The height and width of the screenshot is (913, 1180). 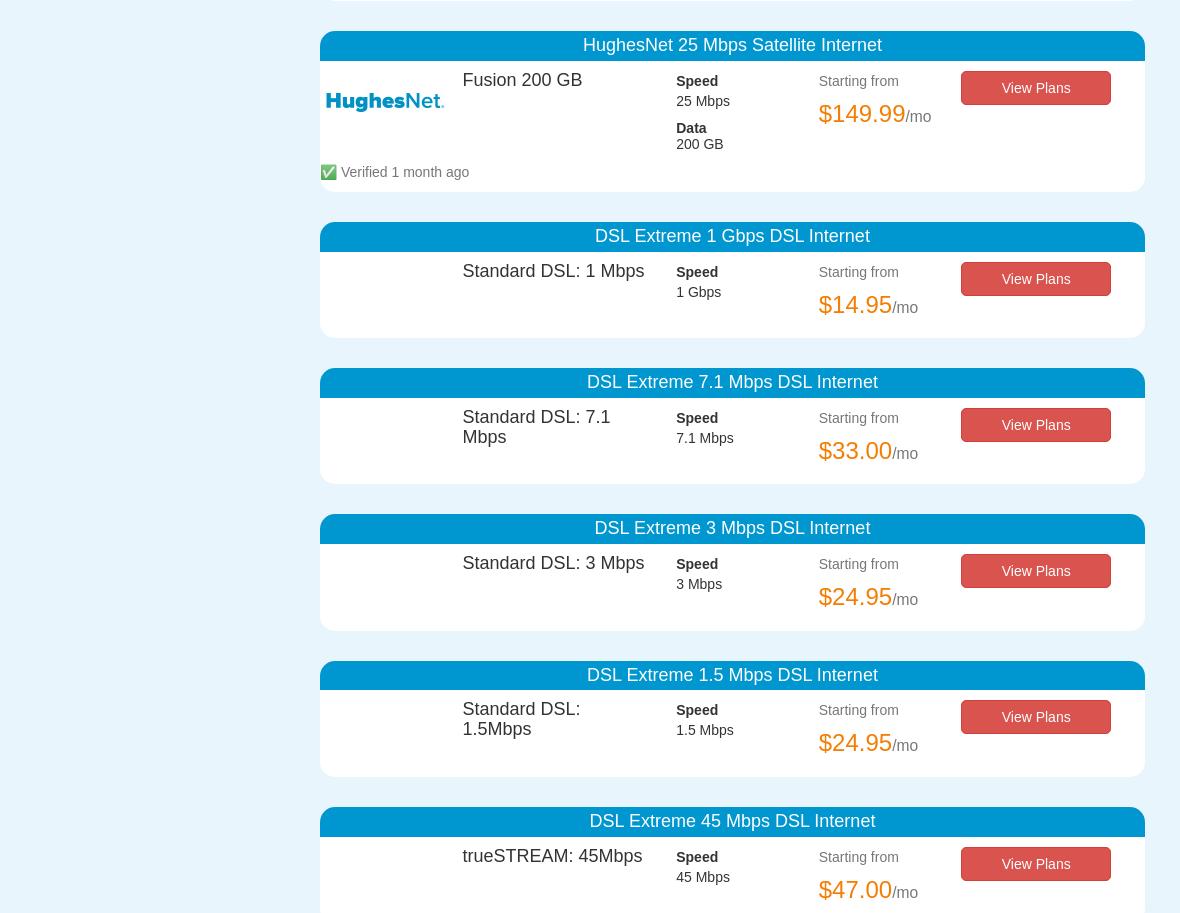 What do you see at coordinates (589, 818) in the screenshot?
I see `'DSL Extreme 45 Mbps DSL Internet'` at bounding box center [589, 818].